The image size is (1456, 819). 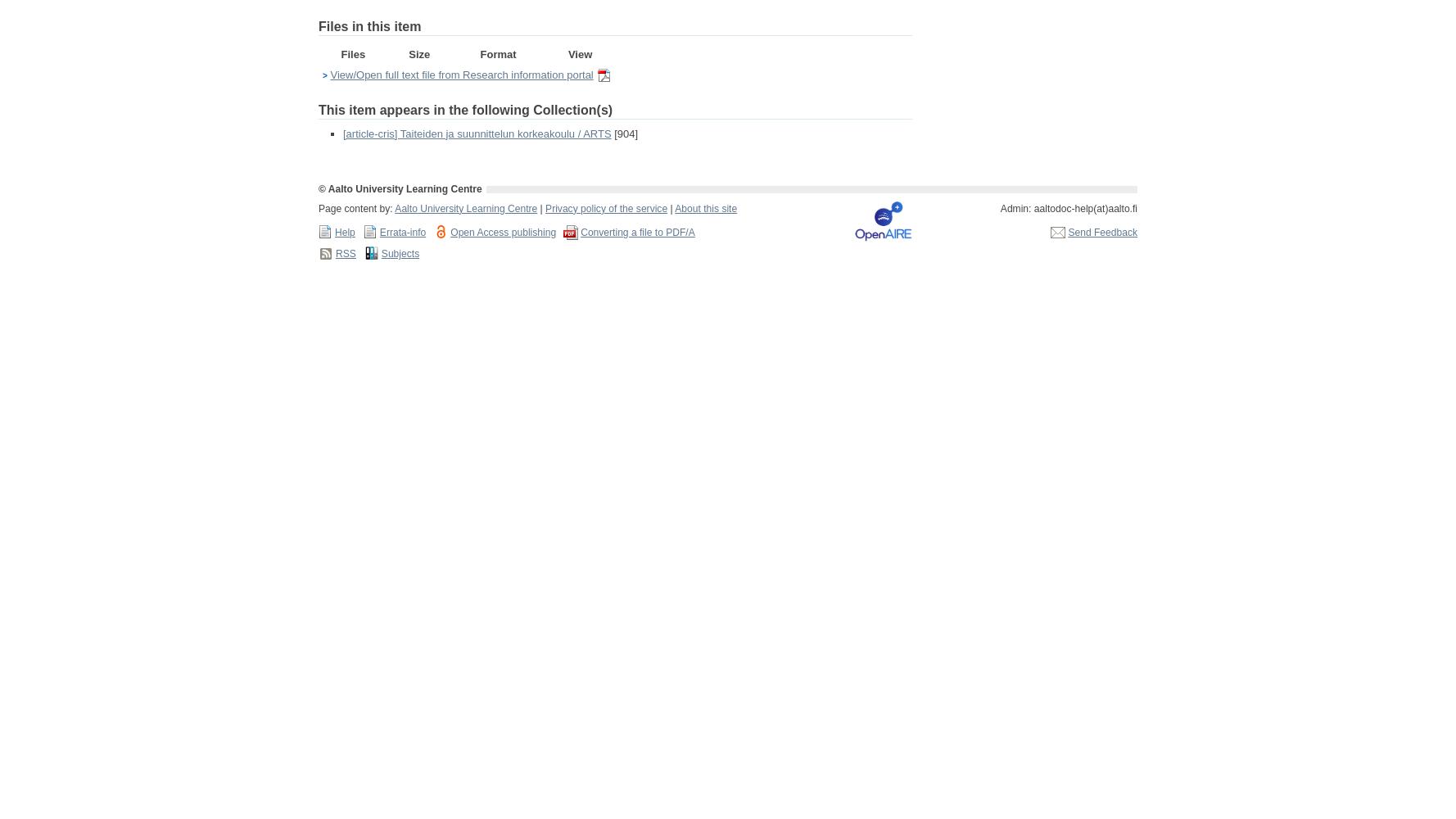 I want to click on 'About this site', so click(x=704, y=208).